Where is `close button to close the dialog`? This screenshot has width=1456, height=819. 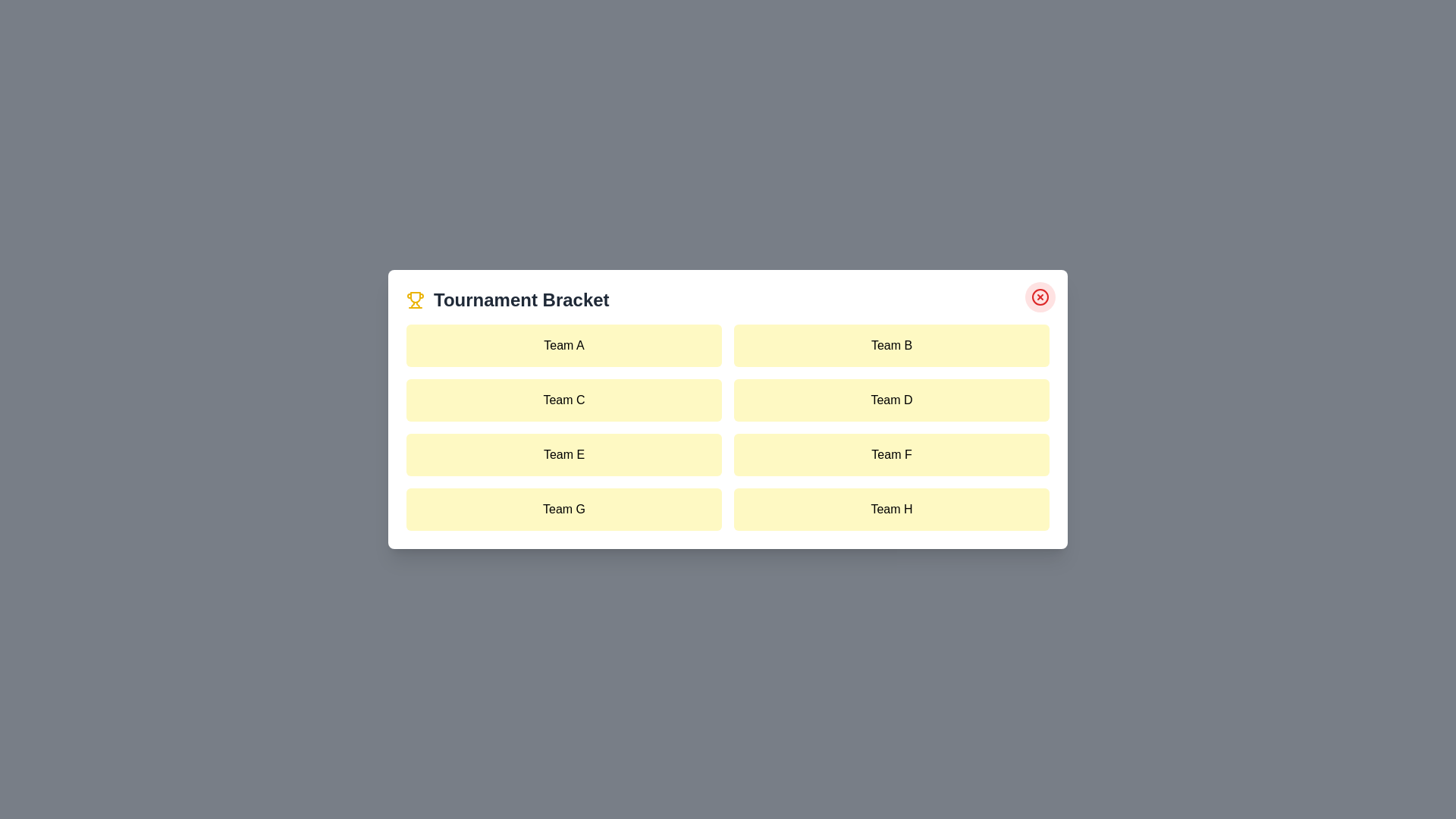
close button to close the dialog is located at coordinates (1040, 297).